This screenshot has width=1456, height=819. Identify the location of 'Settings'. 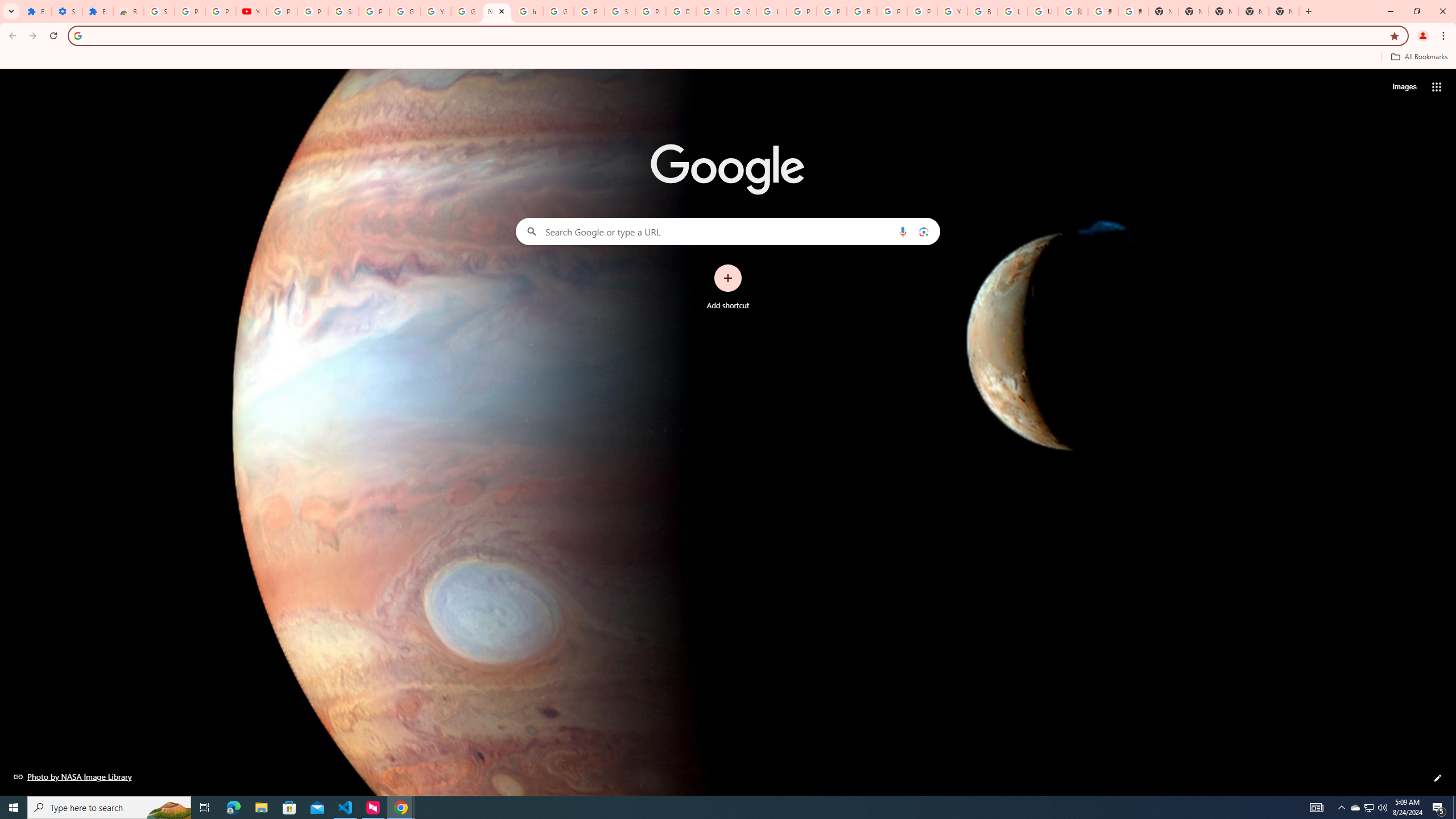
(67, 11).